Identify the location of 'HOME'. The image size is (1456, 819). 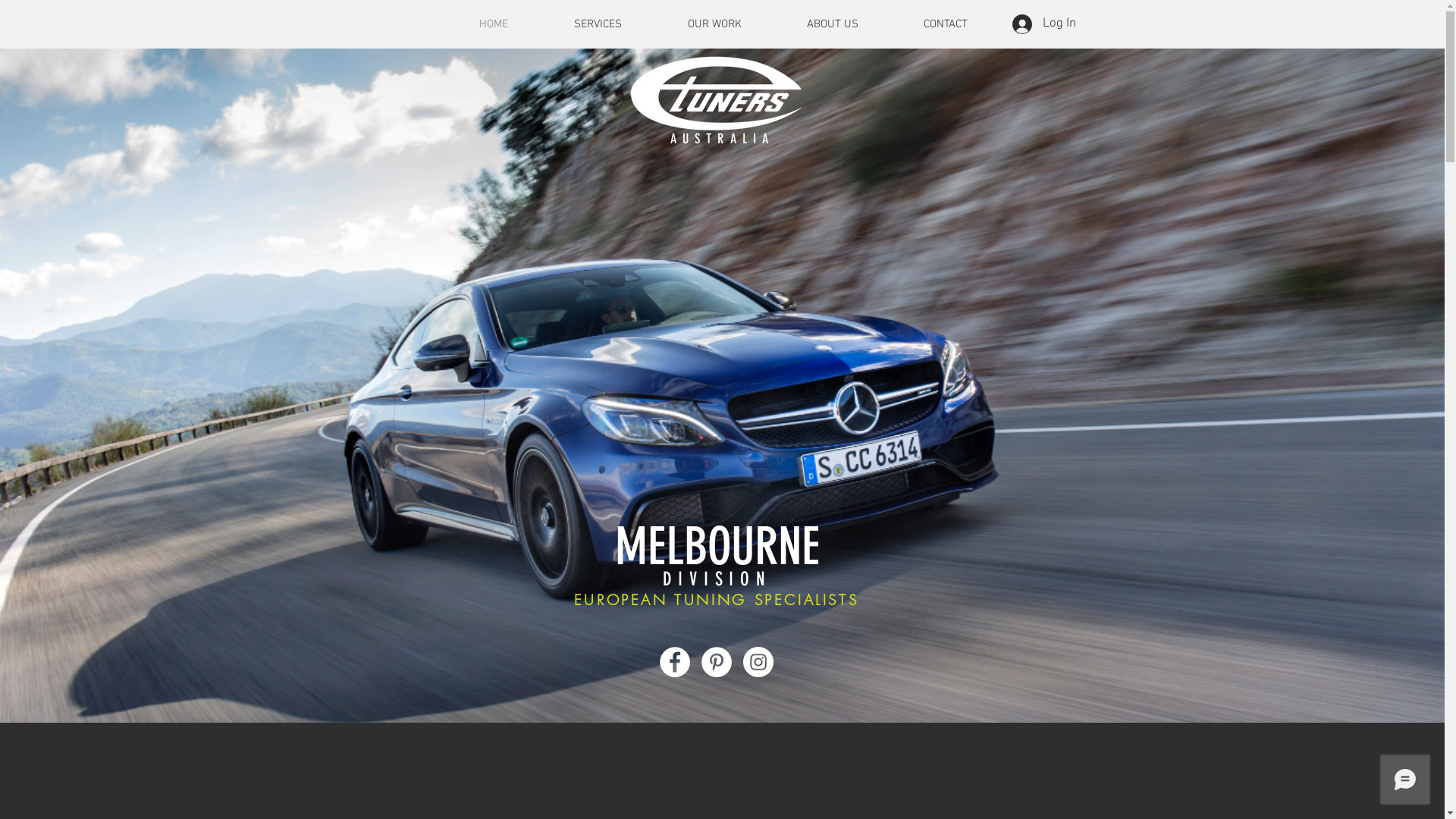
(493, 24).